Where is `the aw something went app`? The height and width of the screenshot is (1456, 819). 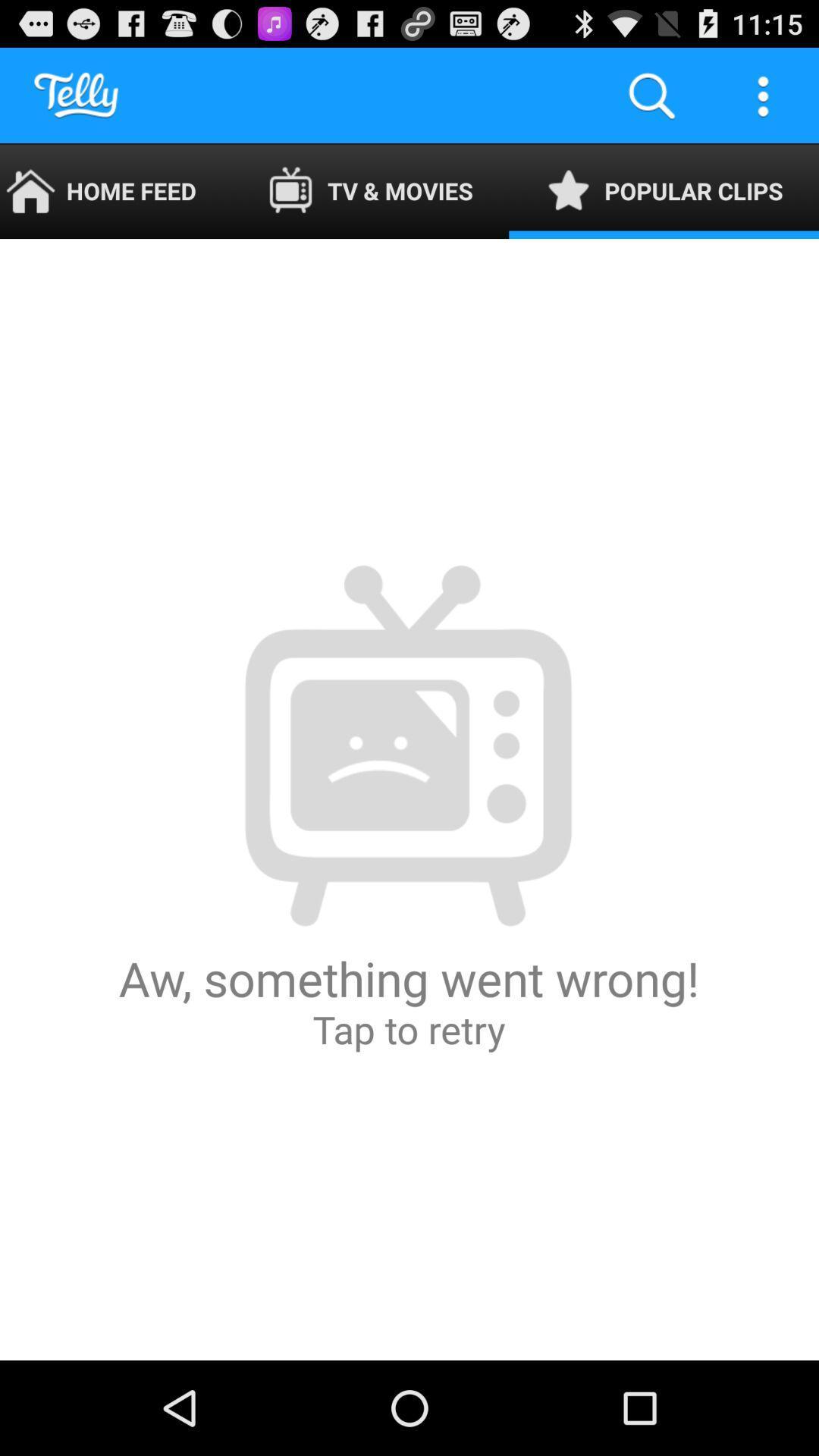 the aw something went app is located at coordinates (408, 799).